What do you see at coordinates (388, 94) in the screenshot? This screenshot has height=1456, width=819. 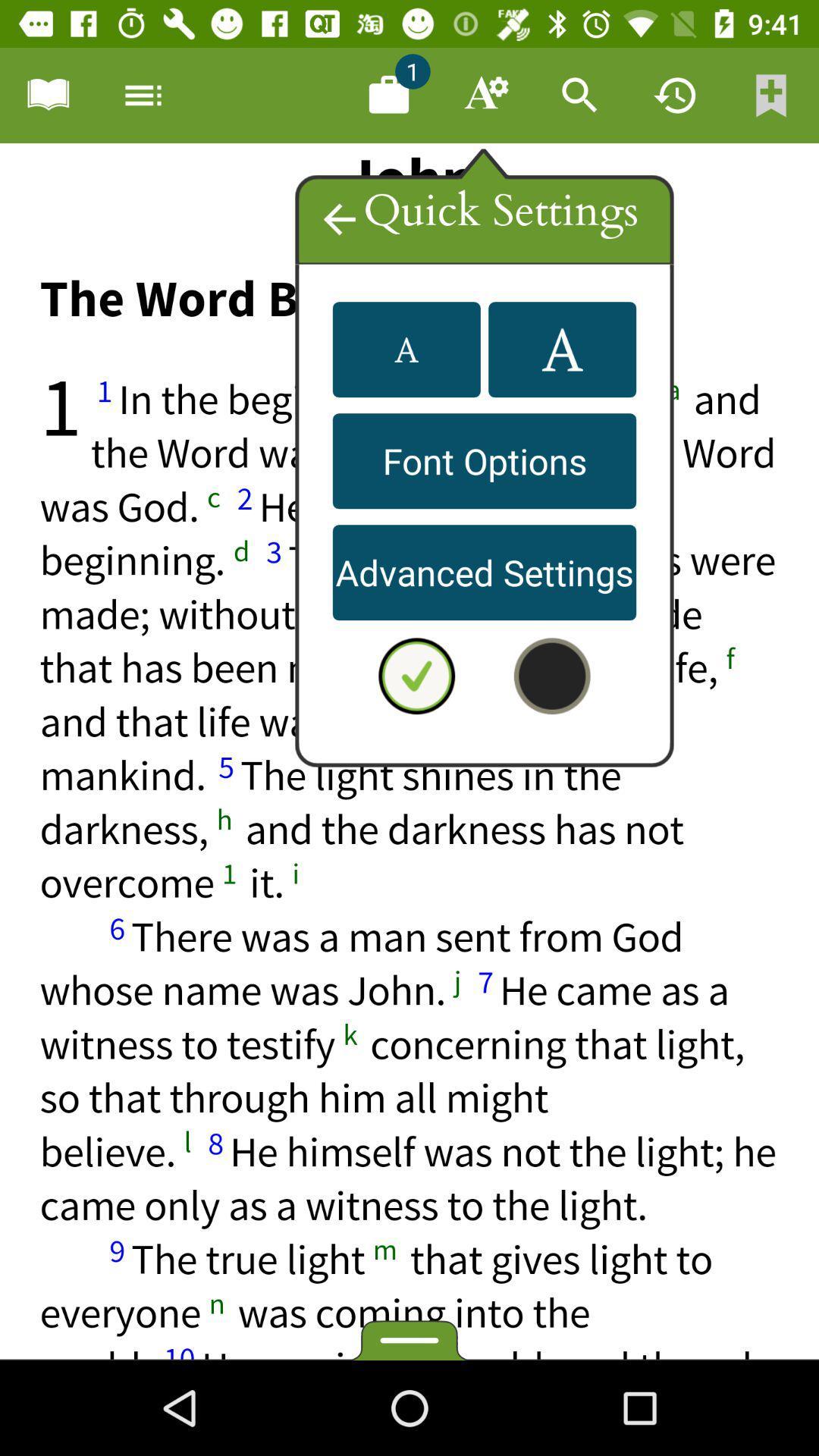 I see `notification suitcase` at bounding box center [388, 94].